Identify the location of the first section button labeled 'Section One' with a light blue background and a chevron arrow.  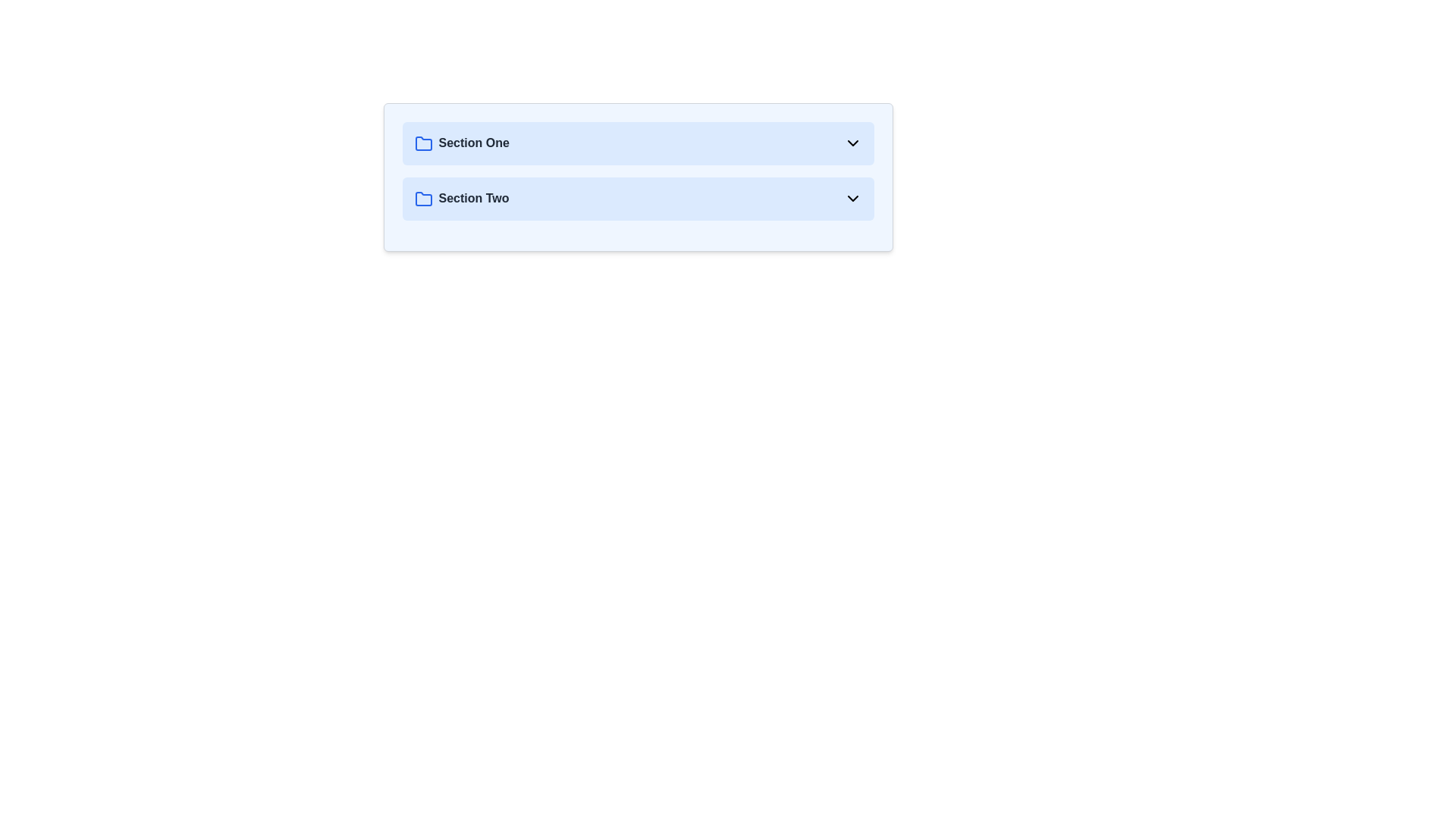
(638, 143).